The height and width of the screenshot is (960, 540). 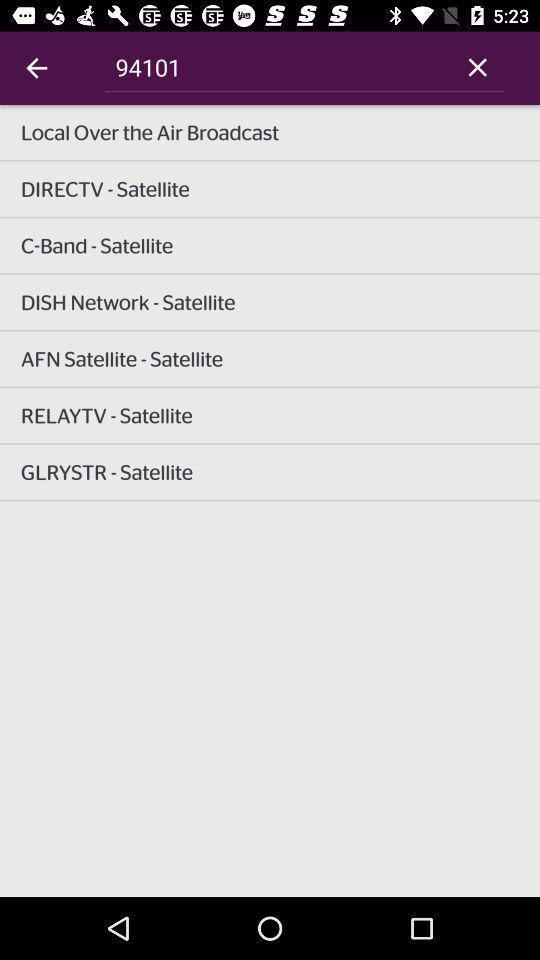 What do you see at coordinates (476, 67) in the screenshot?
I see `the icon to the right of 94101 icon` at bounding box center [476, 67].